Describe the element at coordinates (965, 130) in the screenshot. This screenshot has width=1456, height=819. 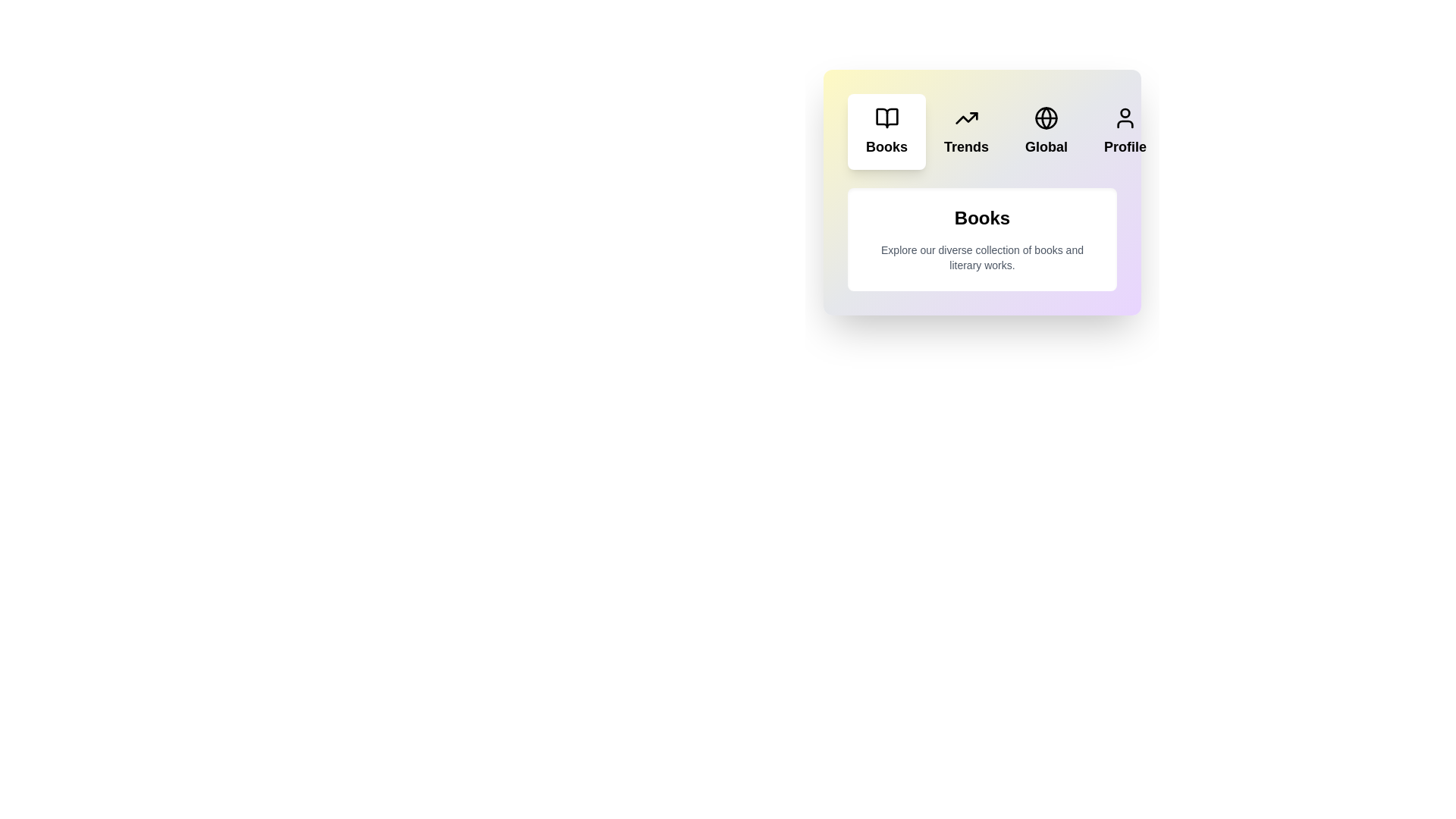
I see `the tab labeled Trends` at that location.